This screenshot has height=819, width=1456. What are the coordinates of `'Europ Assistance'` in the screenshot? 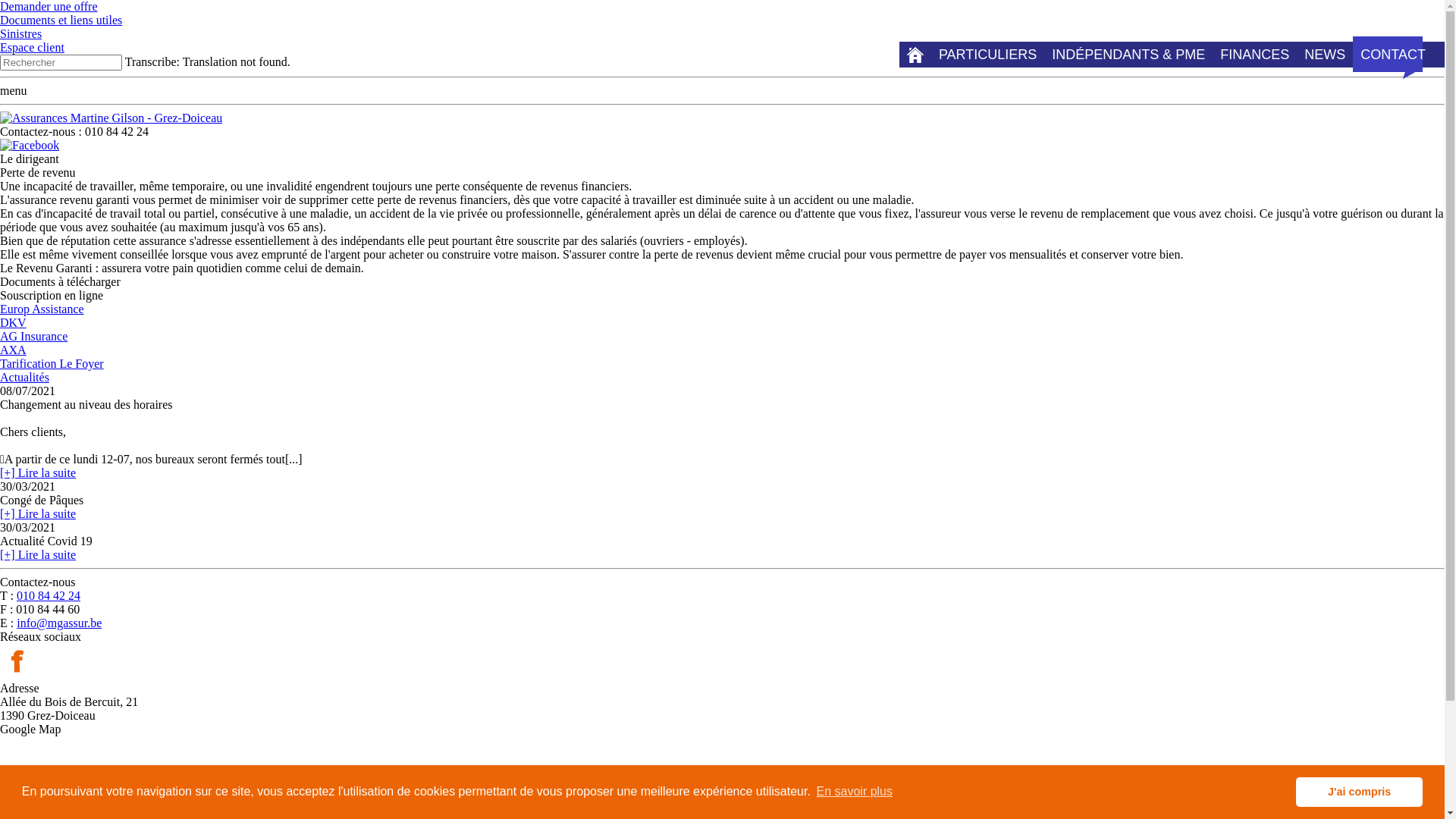 It's located at (42, 308).